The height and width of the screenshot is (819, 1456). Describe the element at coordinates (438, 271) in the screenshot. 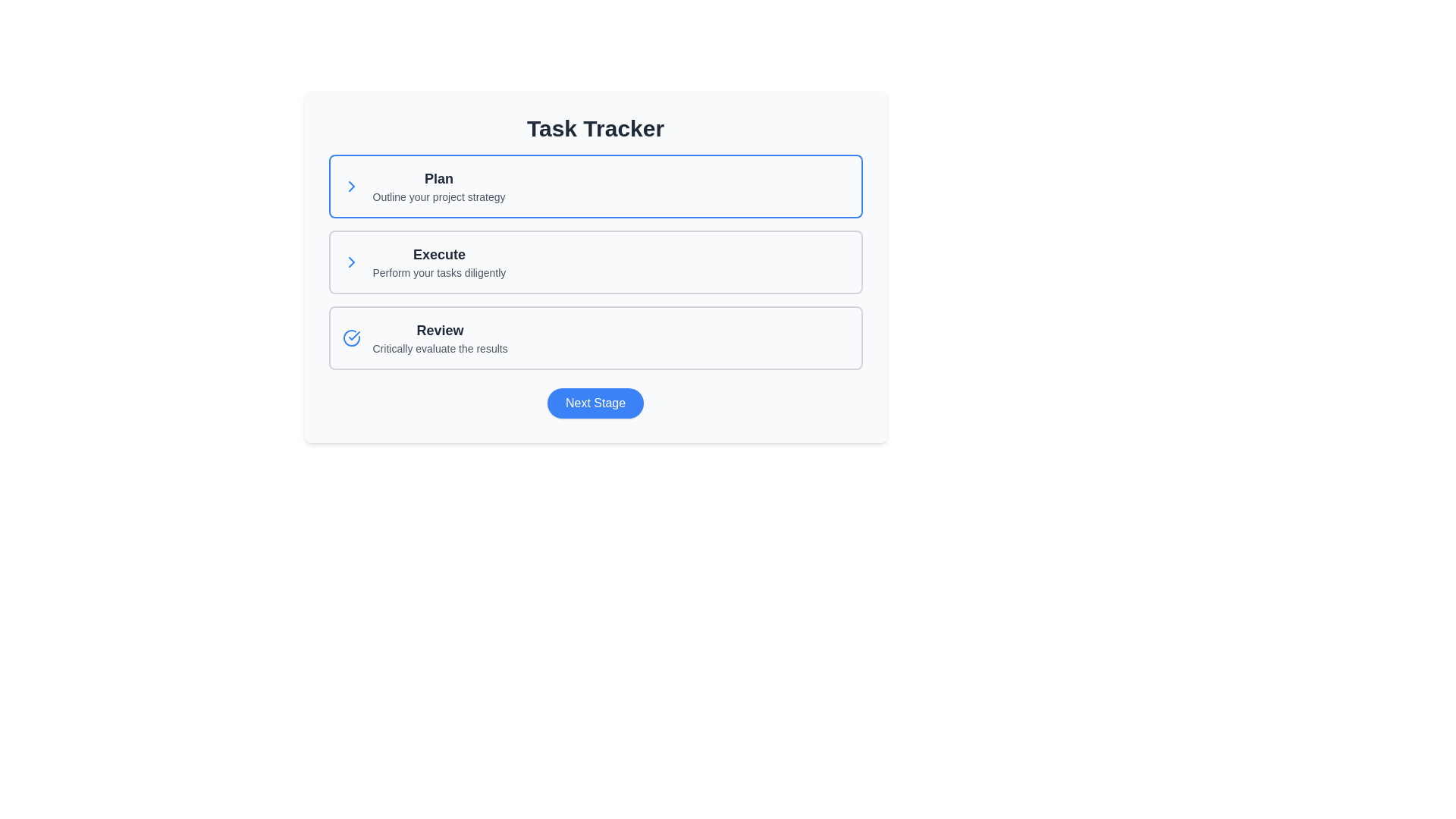

I see `the Text Label that provides instructions related to the 'Execute' stage, located centrally beneath the 'Execute' title` at that location.